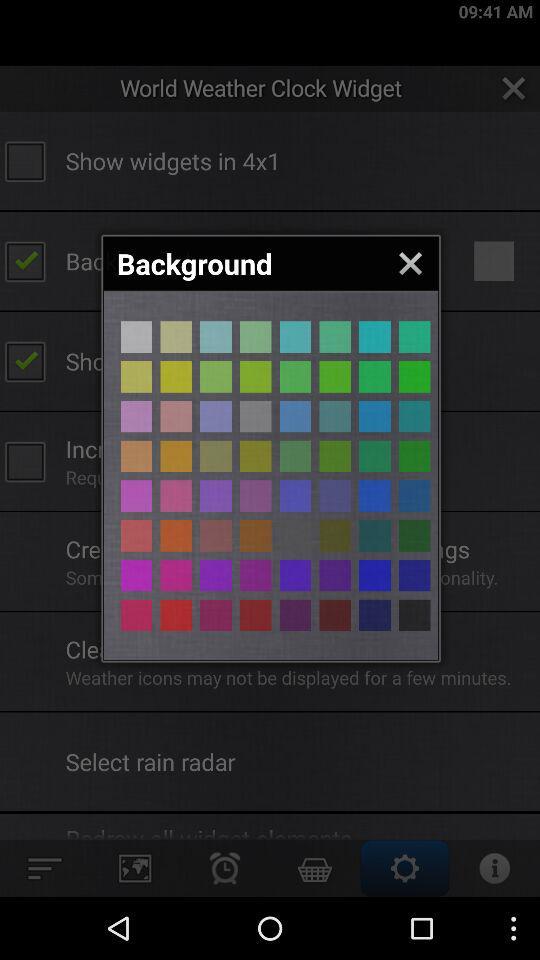 The height and width of the screenshot is (960, 540). I want to click on background colour selection, so click(335, 534).